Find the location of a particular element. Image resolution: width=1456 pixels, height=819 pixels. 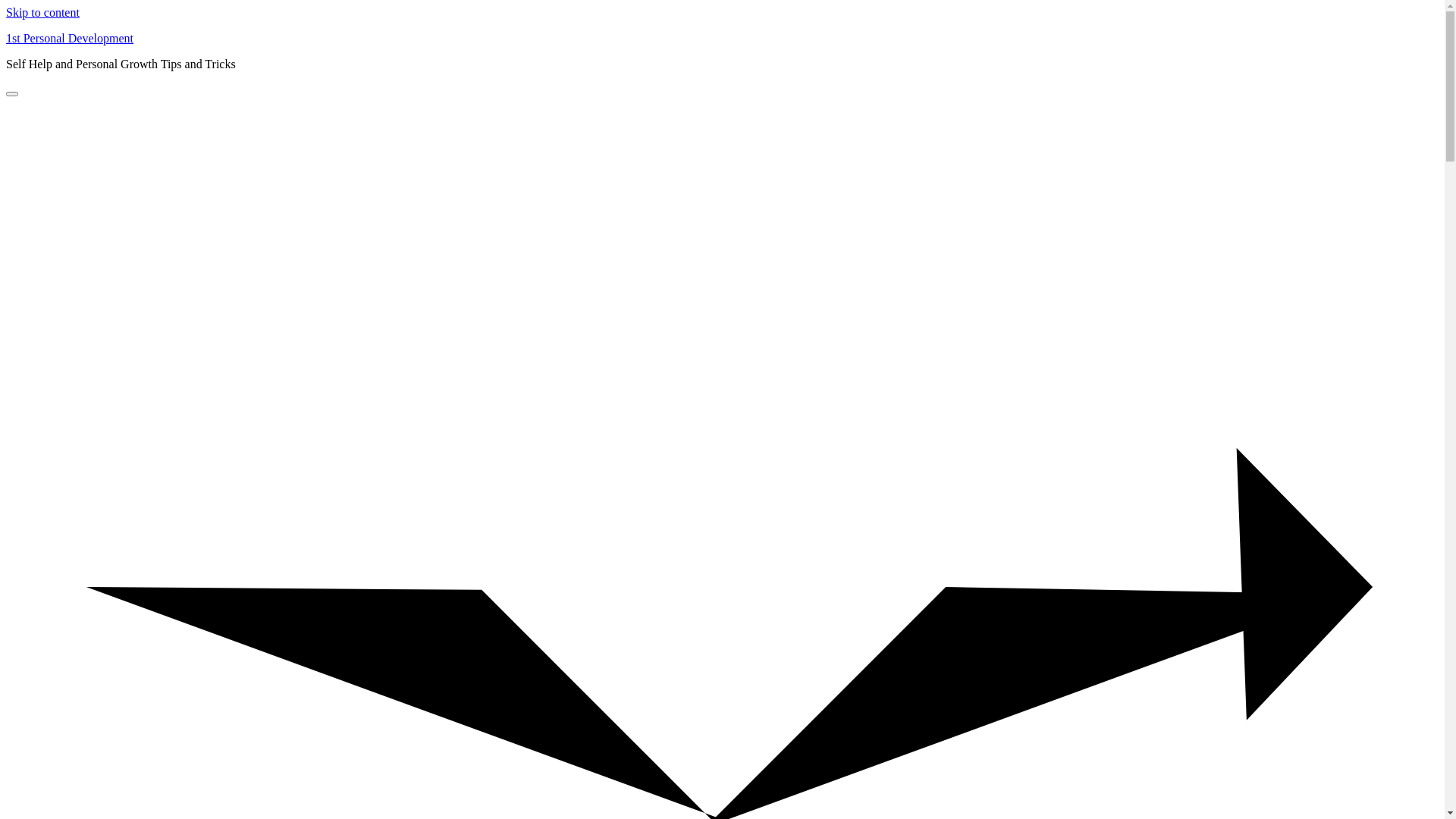

'Skip to content' is located at coordinates (42, 12).